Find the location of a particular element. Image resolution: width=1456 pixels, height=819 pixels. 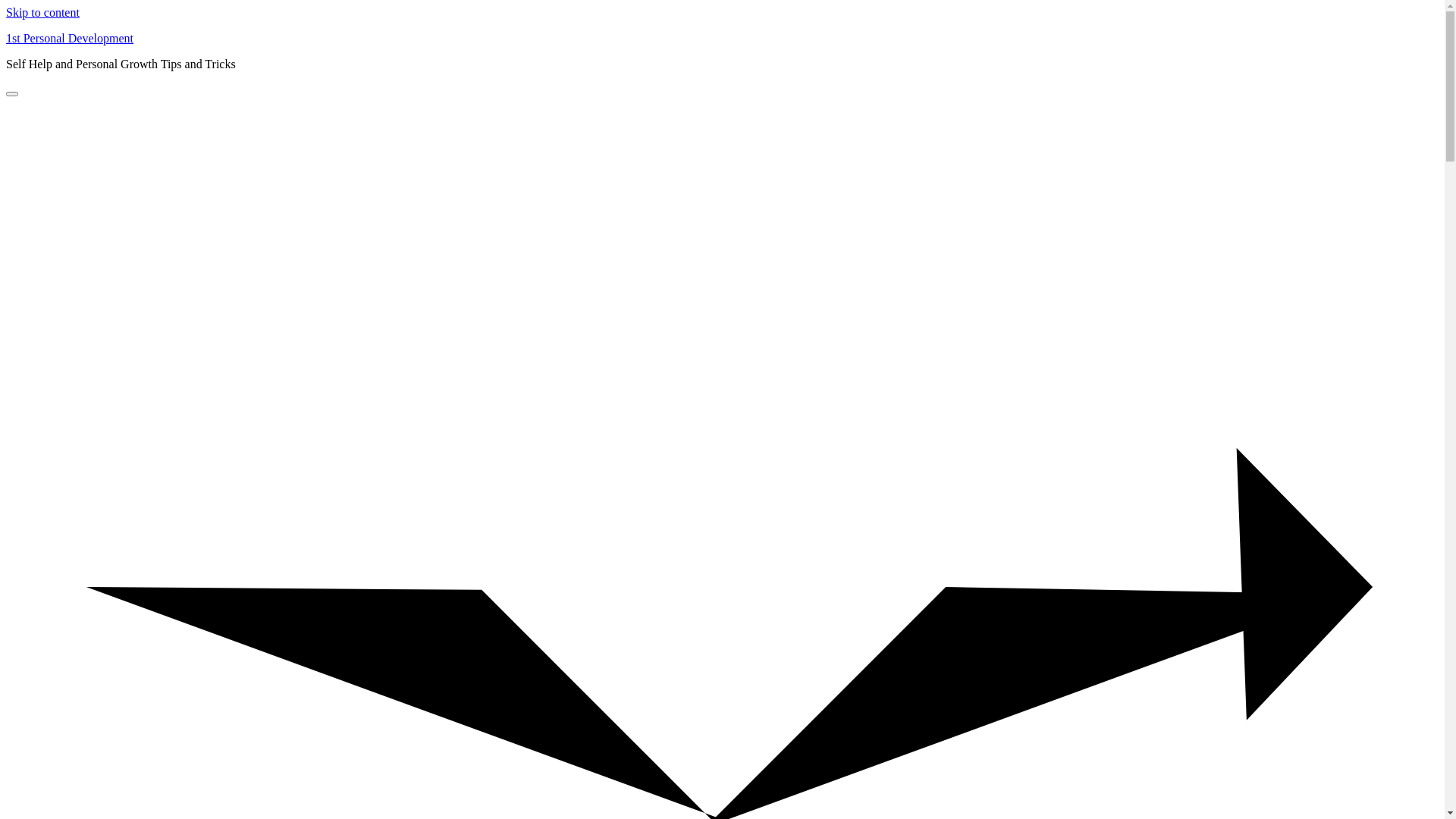

'Skip to content' is located at coordinates (42, 12).